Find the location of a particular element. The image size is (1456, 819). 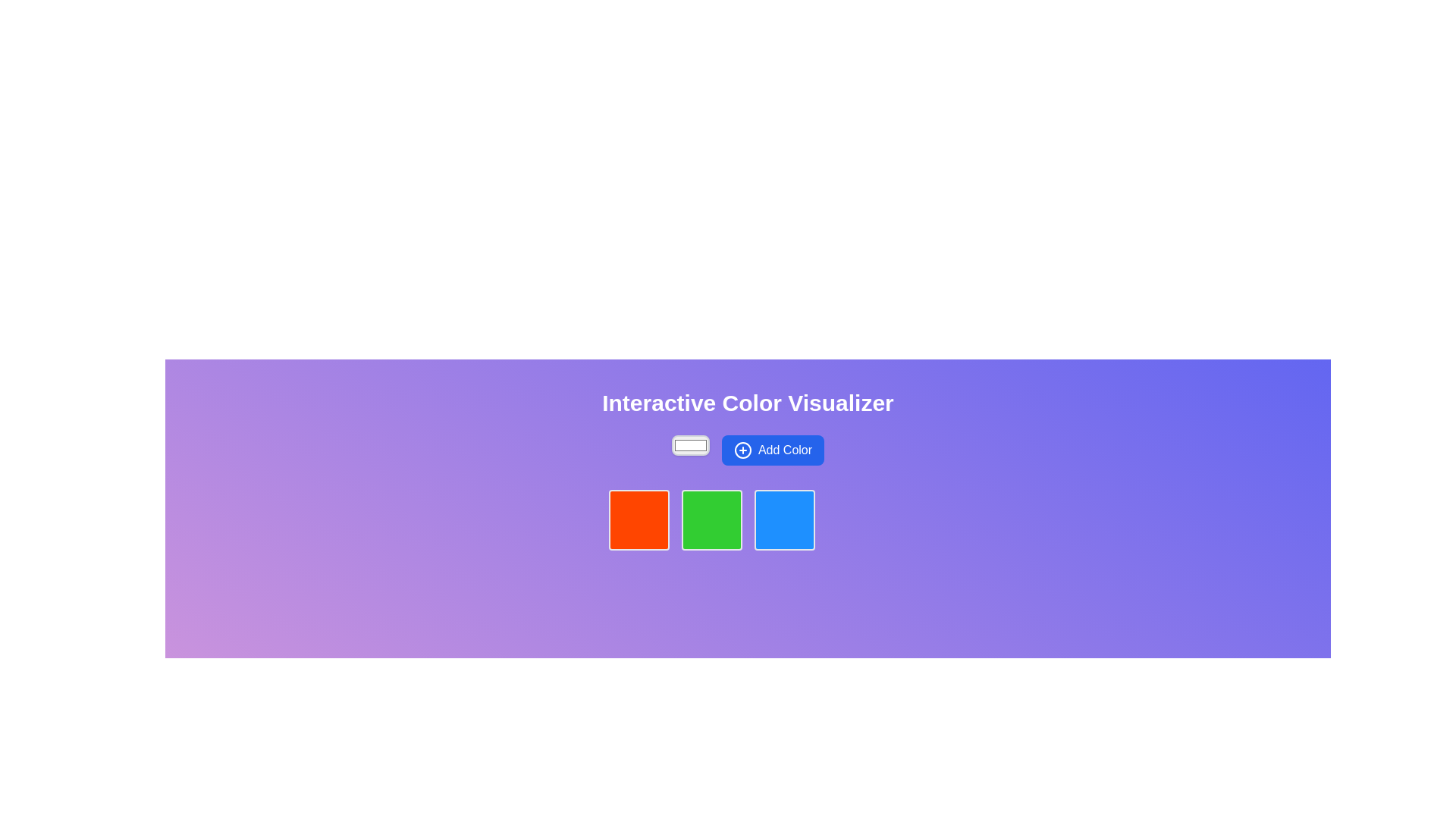

the SVG graphic circle that is part of the 'Add Color' button, enhancing its recognizability and action indication is located at coordinates (742, 450).